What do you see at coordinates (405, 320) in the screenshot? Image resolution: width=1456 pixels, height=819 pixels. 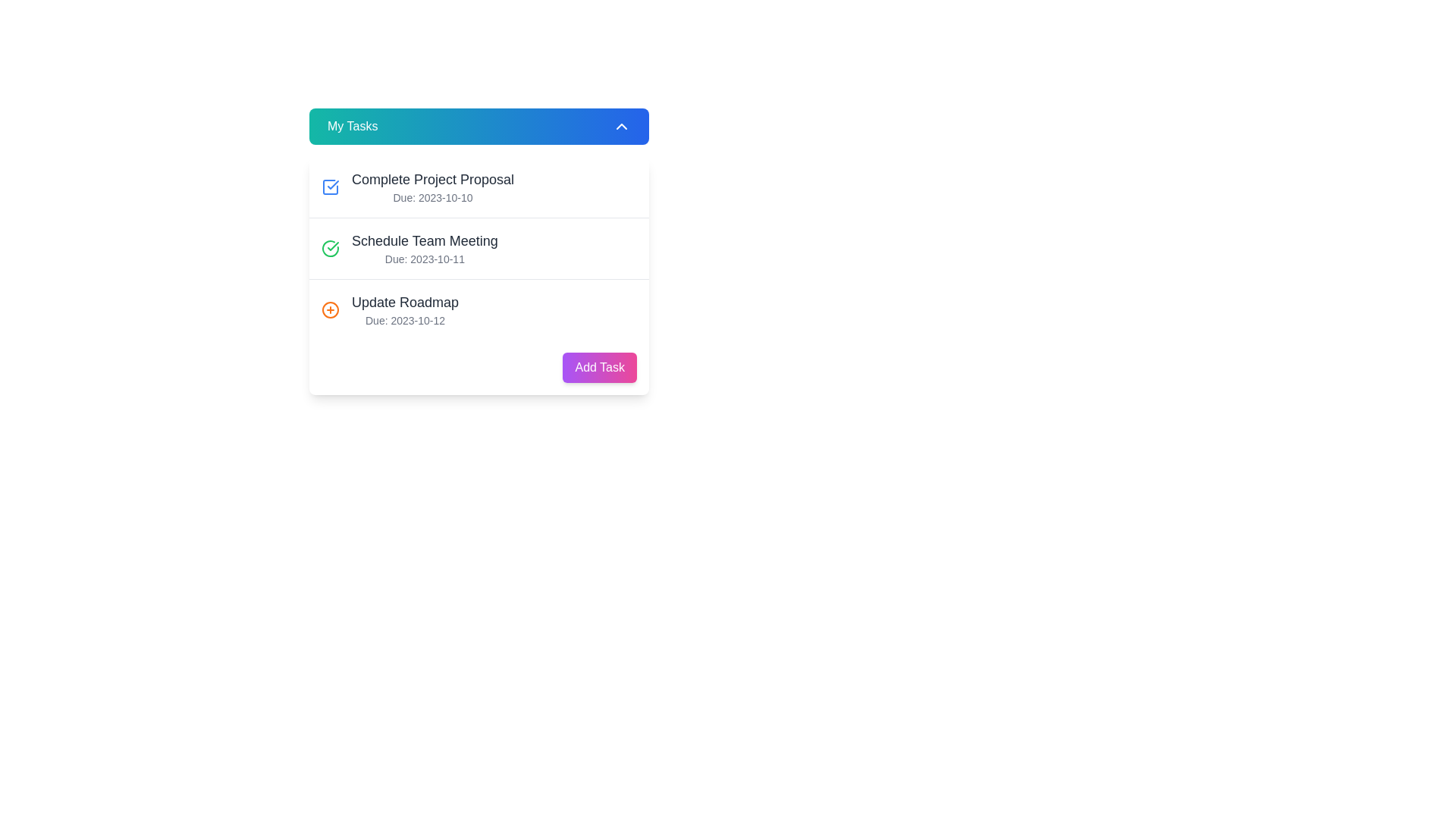 I see `the text label displaying 'Due: 2023-10-12', located beneath 'Update Roadmap' in the task list 'My Tasks'` at bounding box center [405, 320].